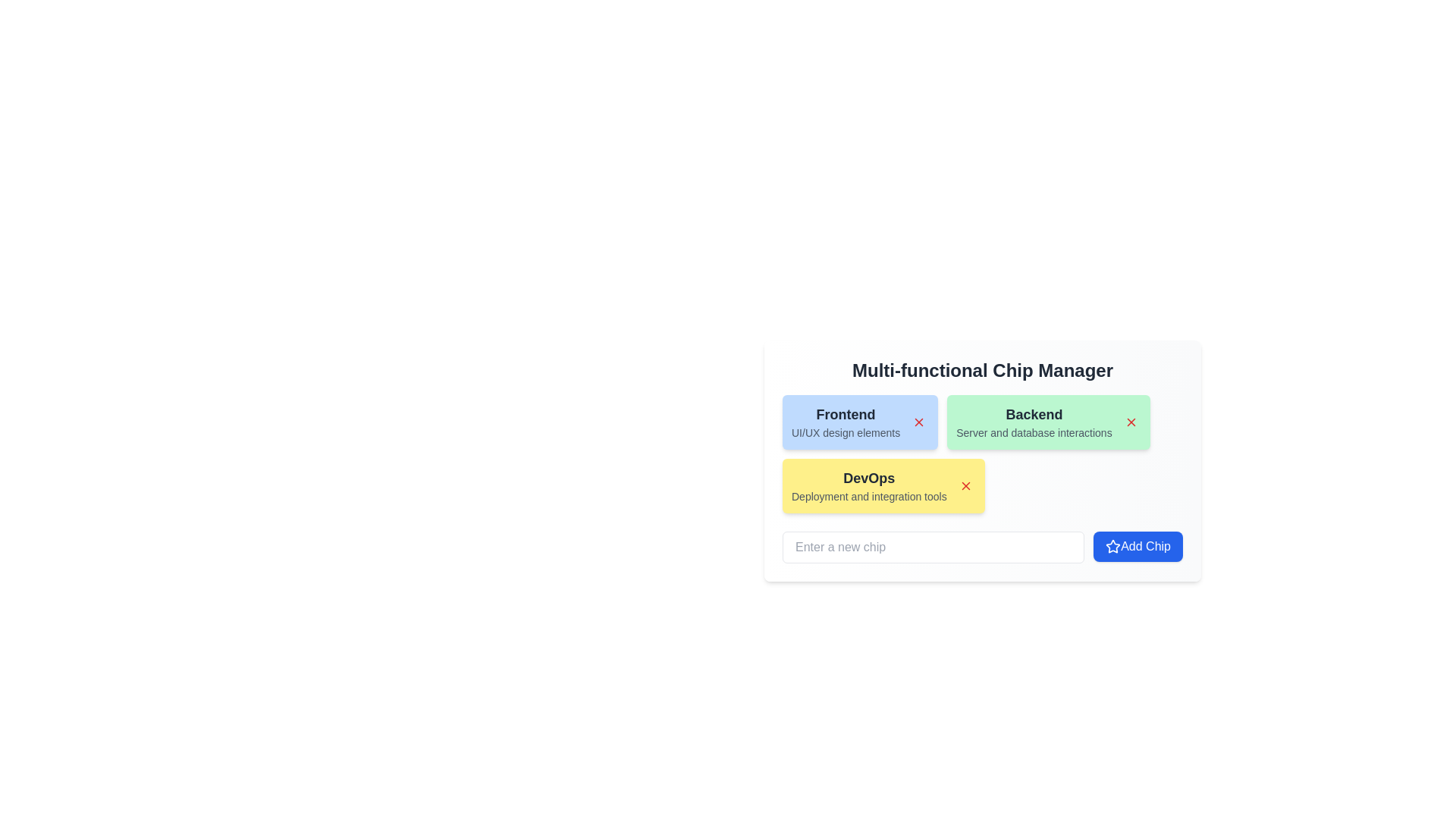  I want to click on the 'X' icon on the 'DevOps' chip, so click(983, 460).